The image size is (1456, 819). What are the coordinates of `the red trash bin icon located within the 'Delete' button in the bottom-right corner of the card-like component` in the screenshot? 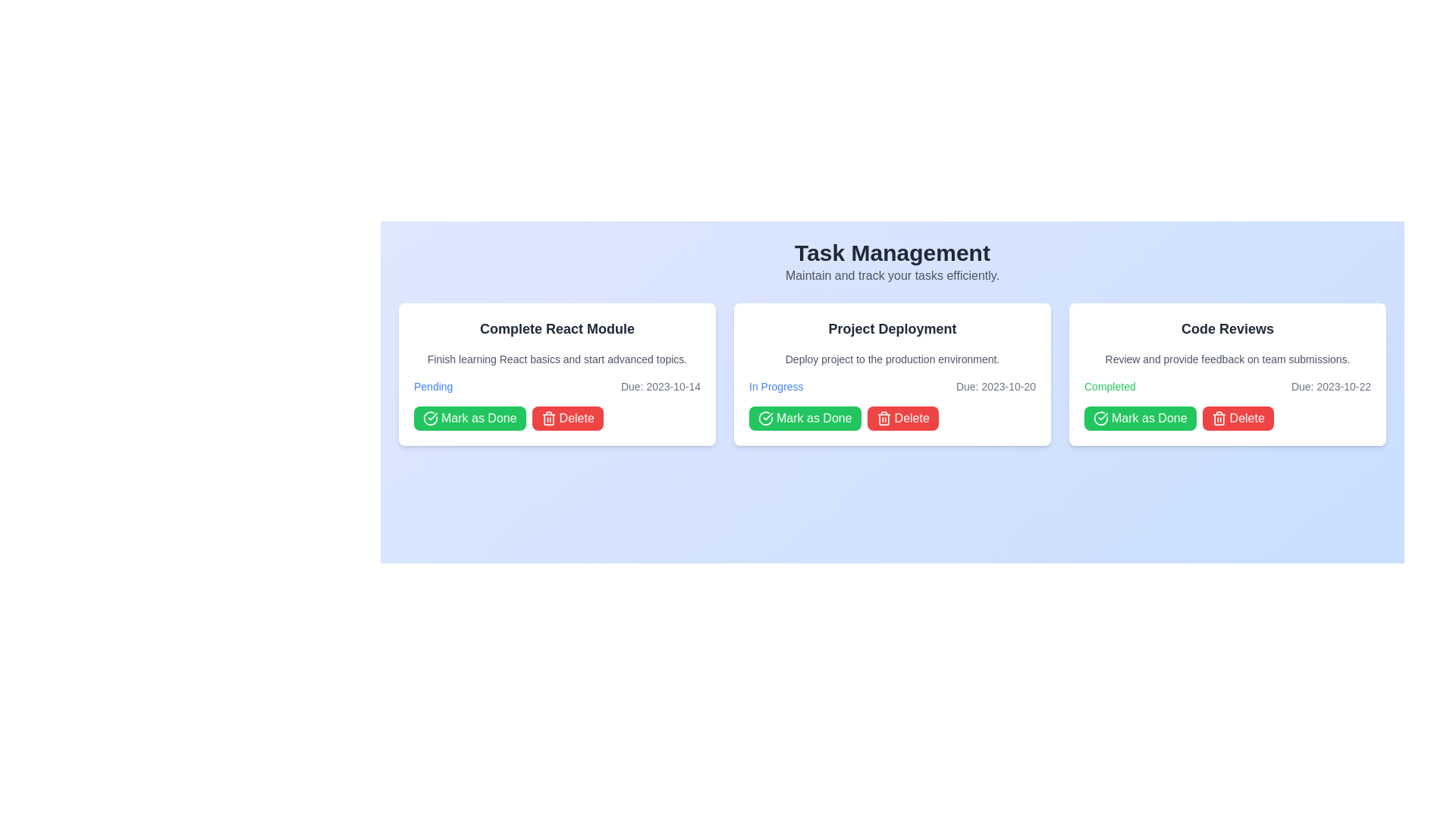 It's located at (1219, 418).